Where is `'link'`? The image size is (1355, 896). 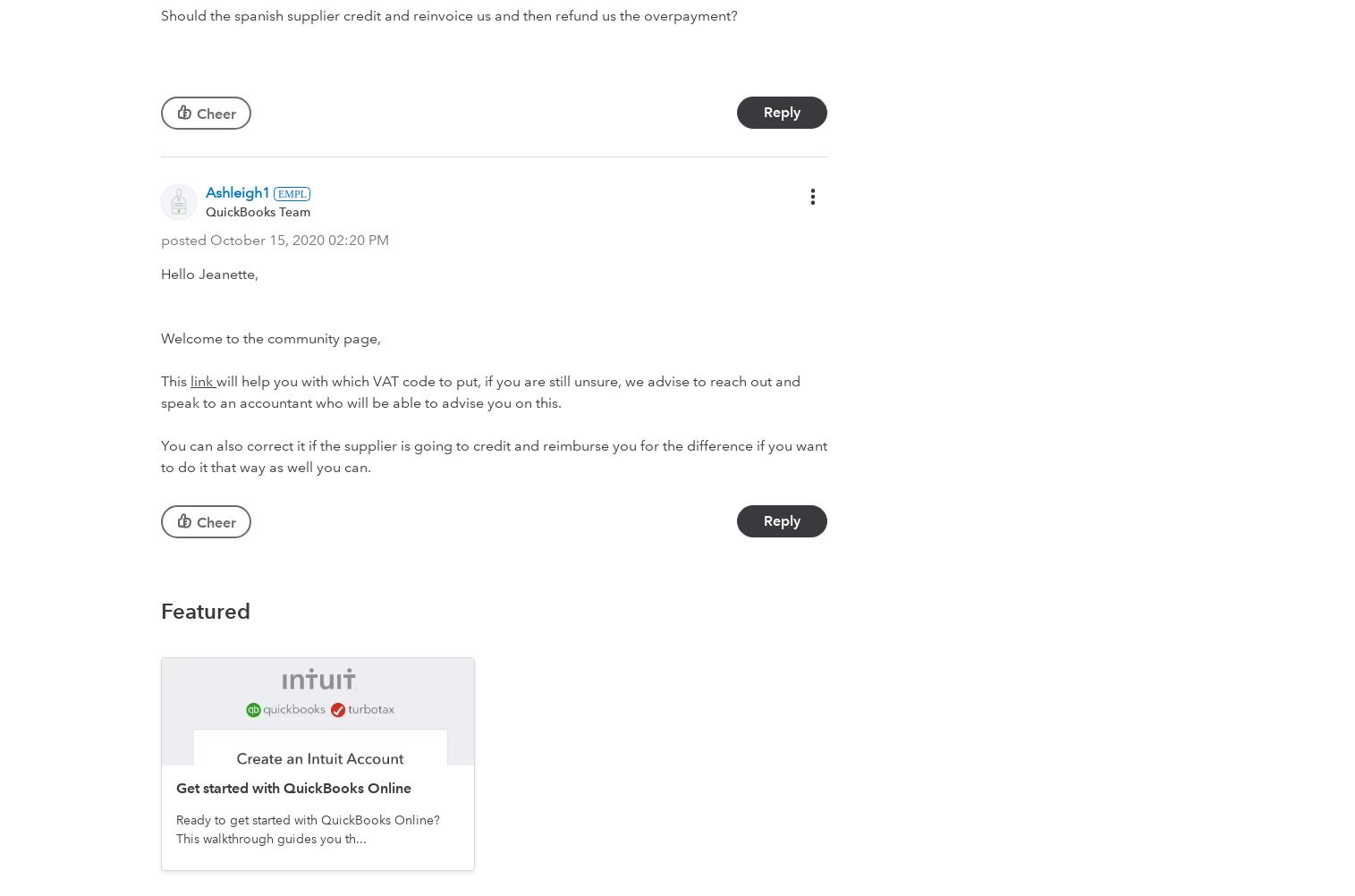 'link' is located at coordinates (202, 379).